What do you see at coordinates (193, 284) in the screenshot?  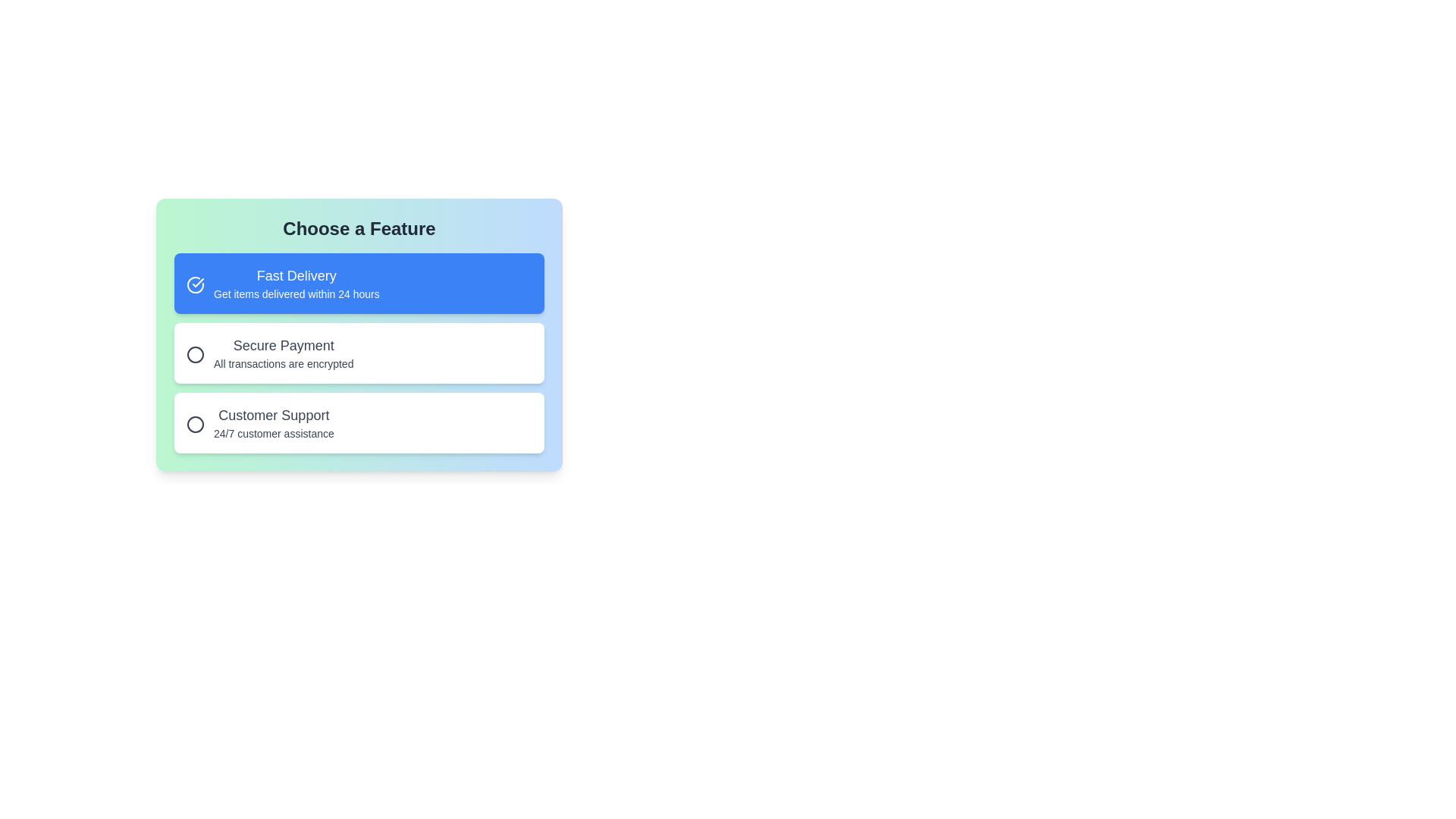 I see `the small circular icon with a checkmark that is styled with a white outline against a blue background, located to the left of the 'Fast Delivery' text` at bounding box center [193, 284].